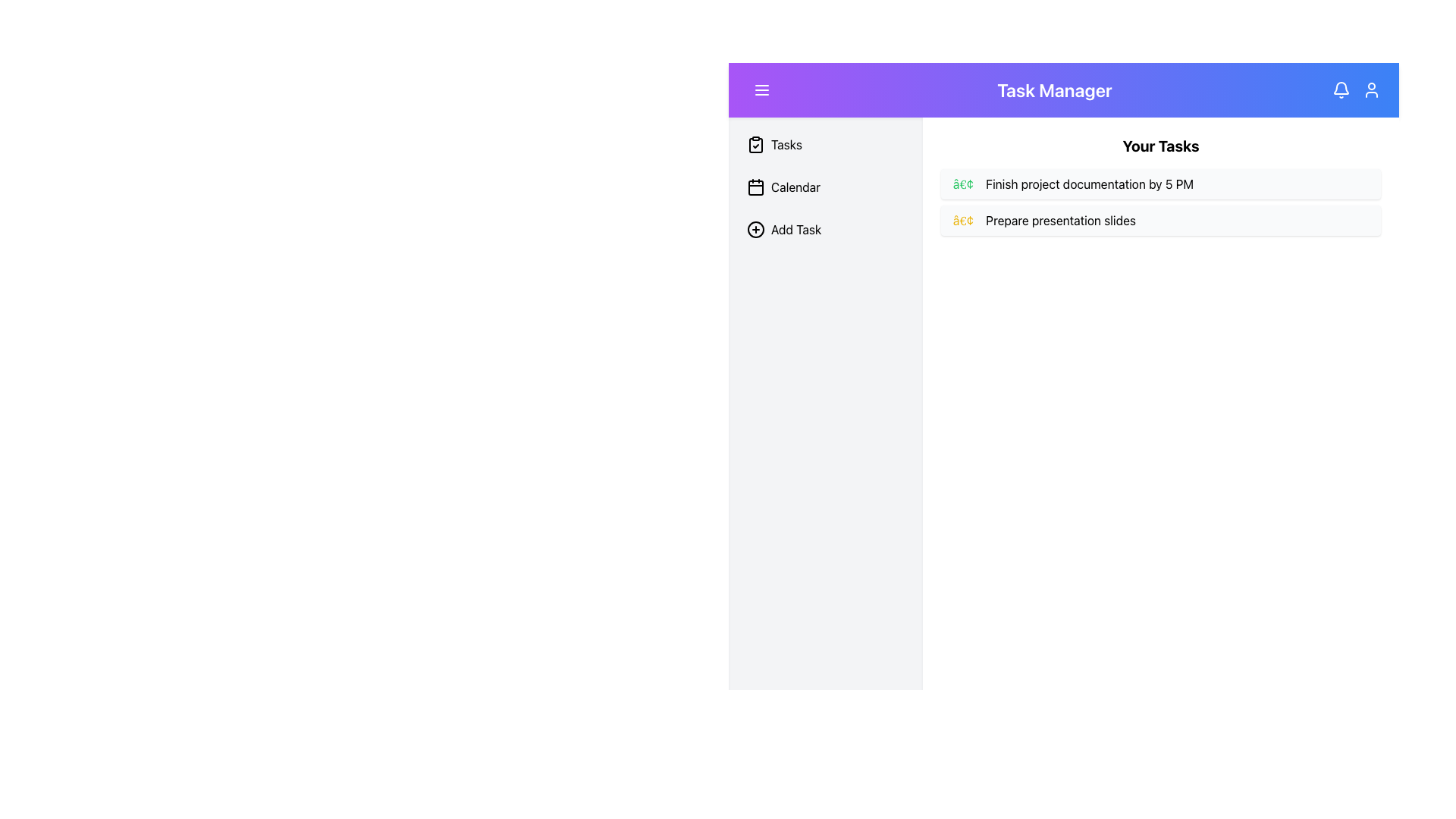  Describe the element at coordinates (1341, 88) in the screenshot. I see `the bell-like notification icon located at the top-right corner of the main interface toolbar` at that location.